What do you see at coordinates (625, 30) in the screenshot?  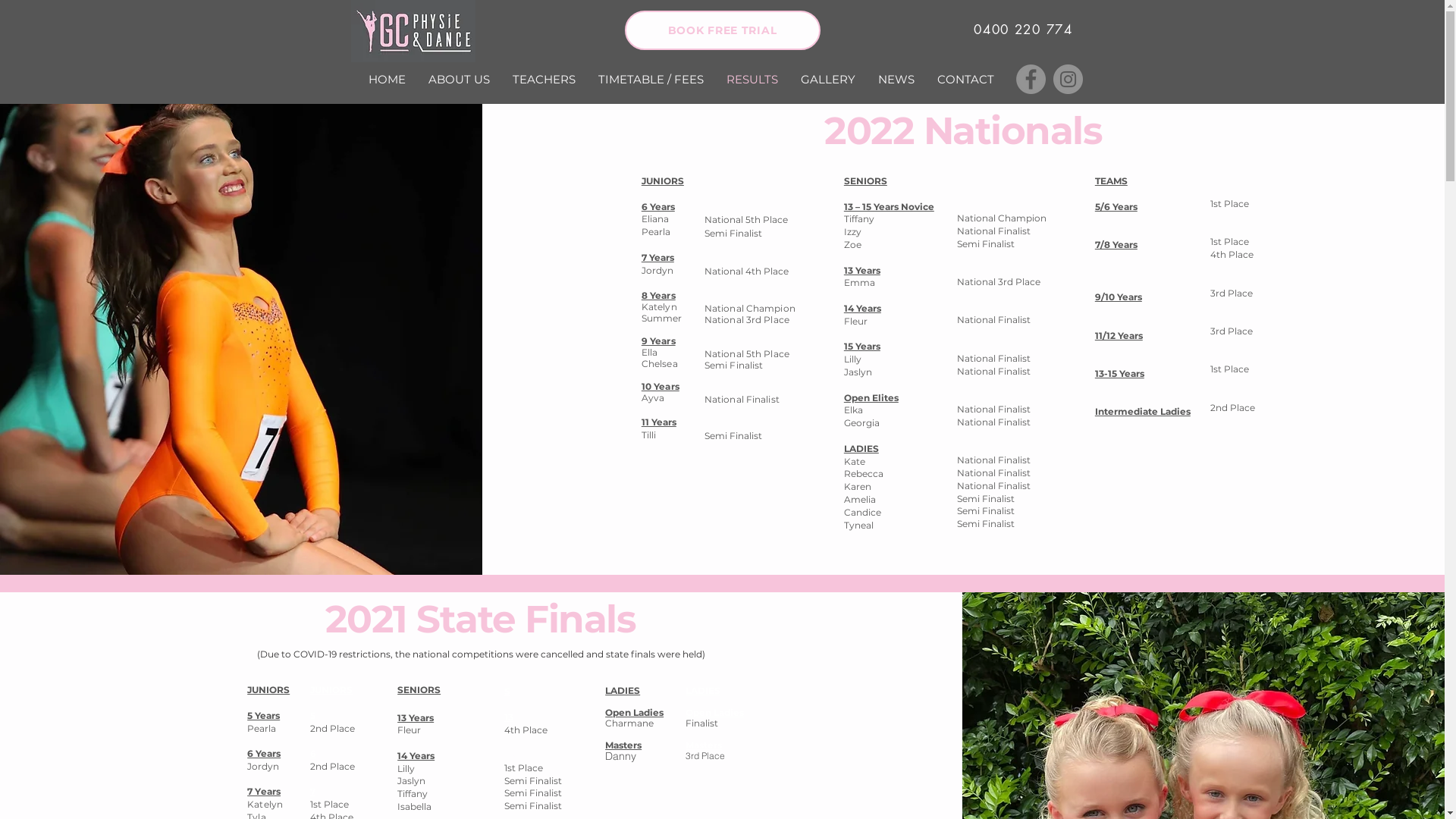 I see `'BOOK FREE TRIAL'` at bounding box center [625, 30].